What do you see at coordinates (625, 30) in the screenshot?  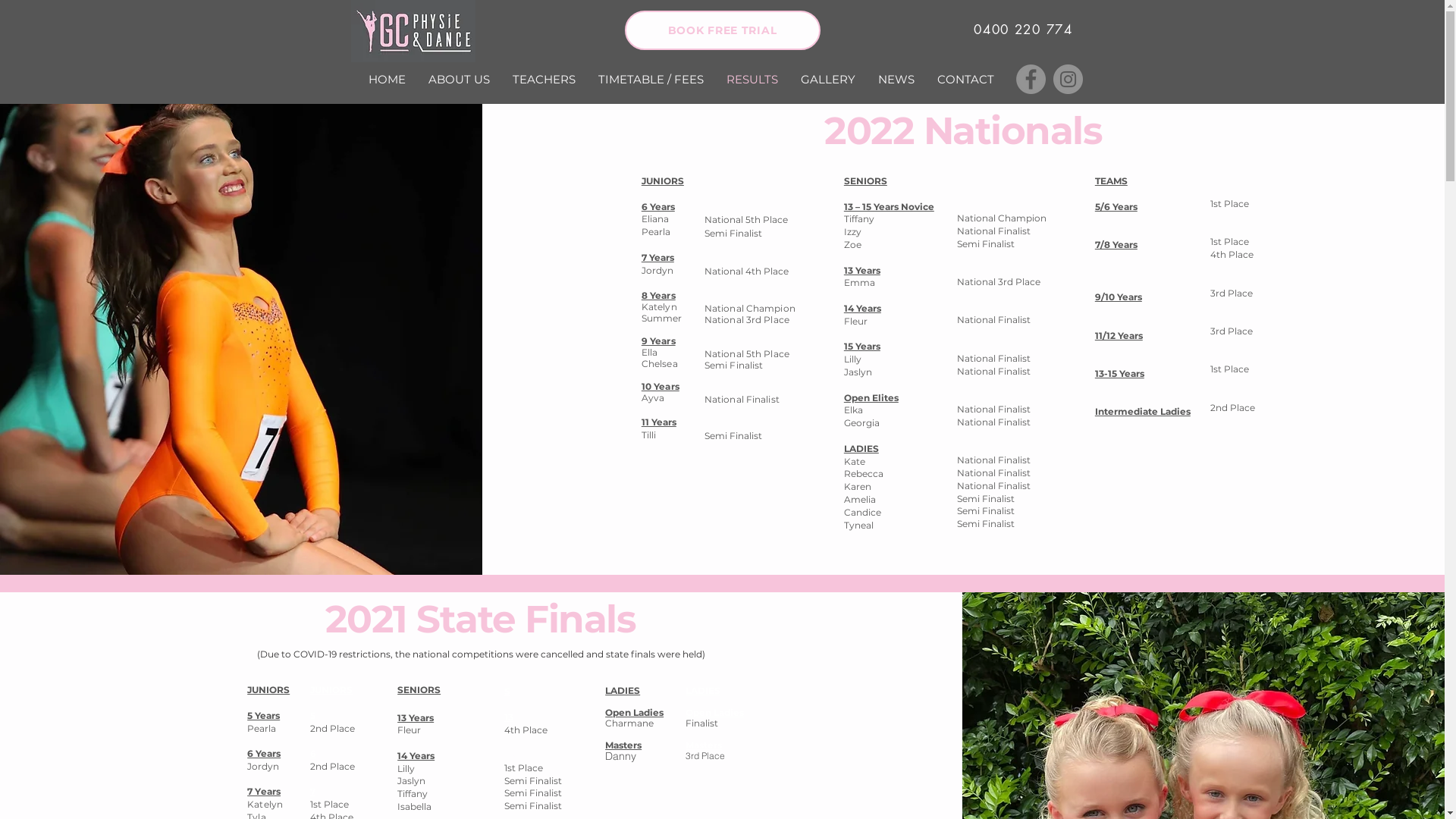 I see `'BOOK FREE TRIAL'` at bounding box center [625, 30].